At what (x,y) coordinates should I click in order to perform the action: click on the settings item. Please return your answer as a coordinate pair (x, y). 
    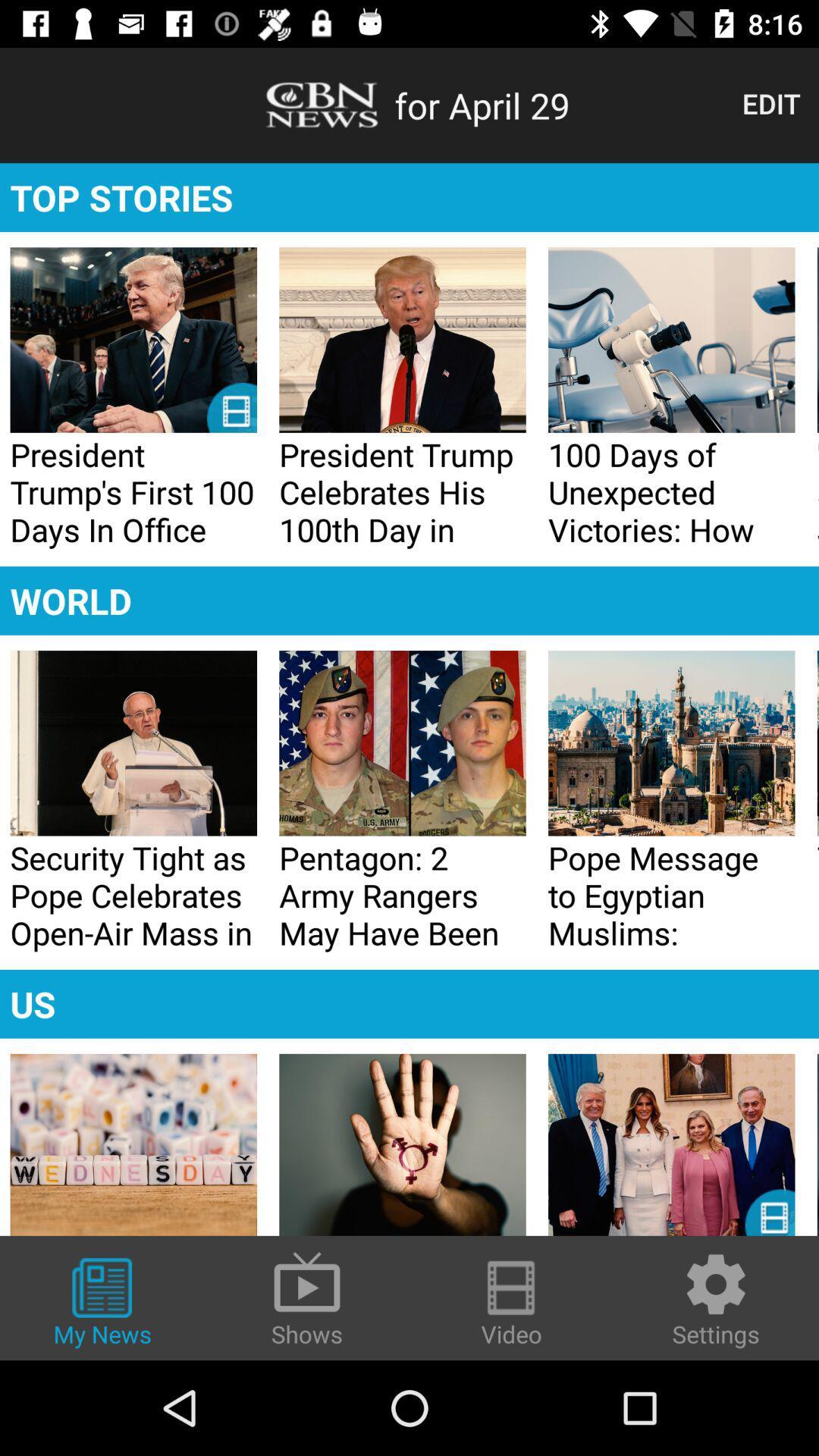
    Looking at the image, I should click on (716, 1298).